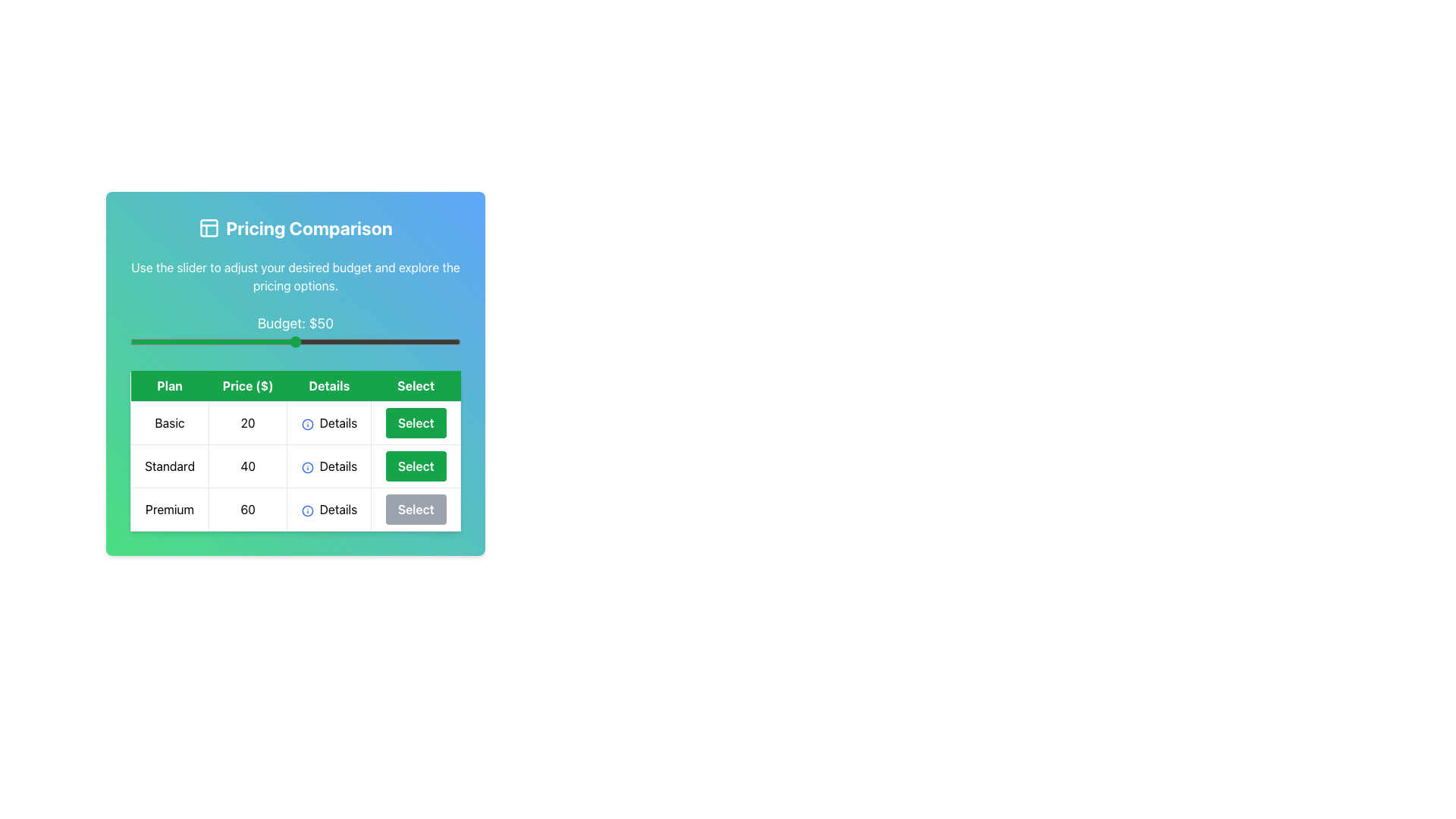 Image resolution: width=1456 pixels, height=819 pixels. Describe the element at coordinates (248, 465) in the screenshot. I see `displayed cost of the 'Standard' plan from the static text box located in the second row of the 'Price ($)' column of the pricing comparison chart` at that location.